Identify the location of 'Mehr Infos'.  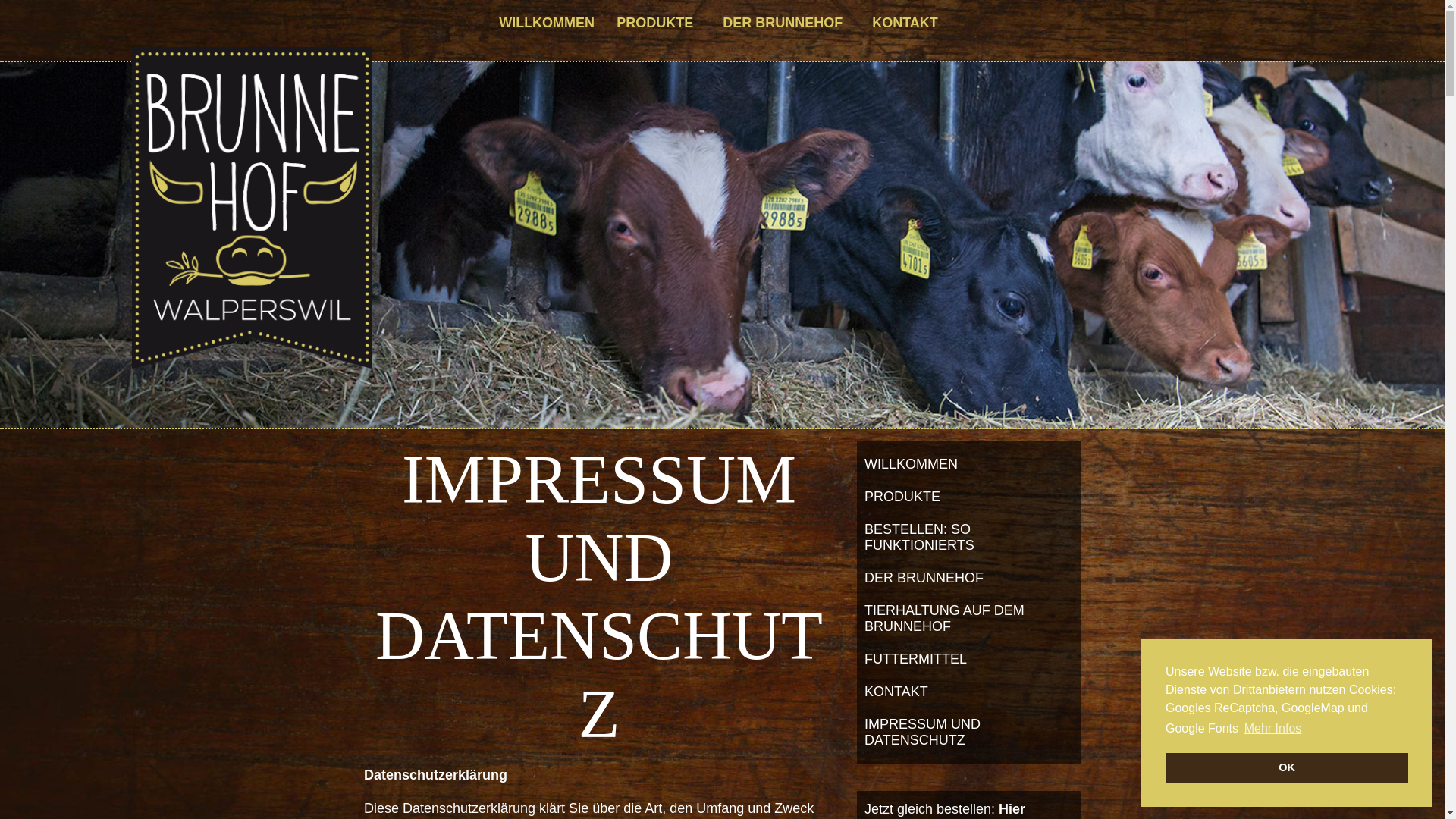
(1273, 727).